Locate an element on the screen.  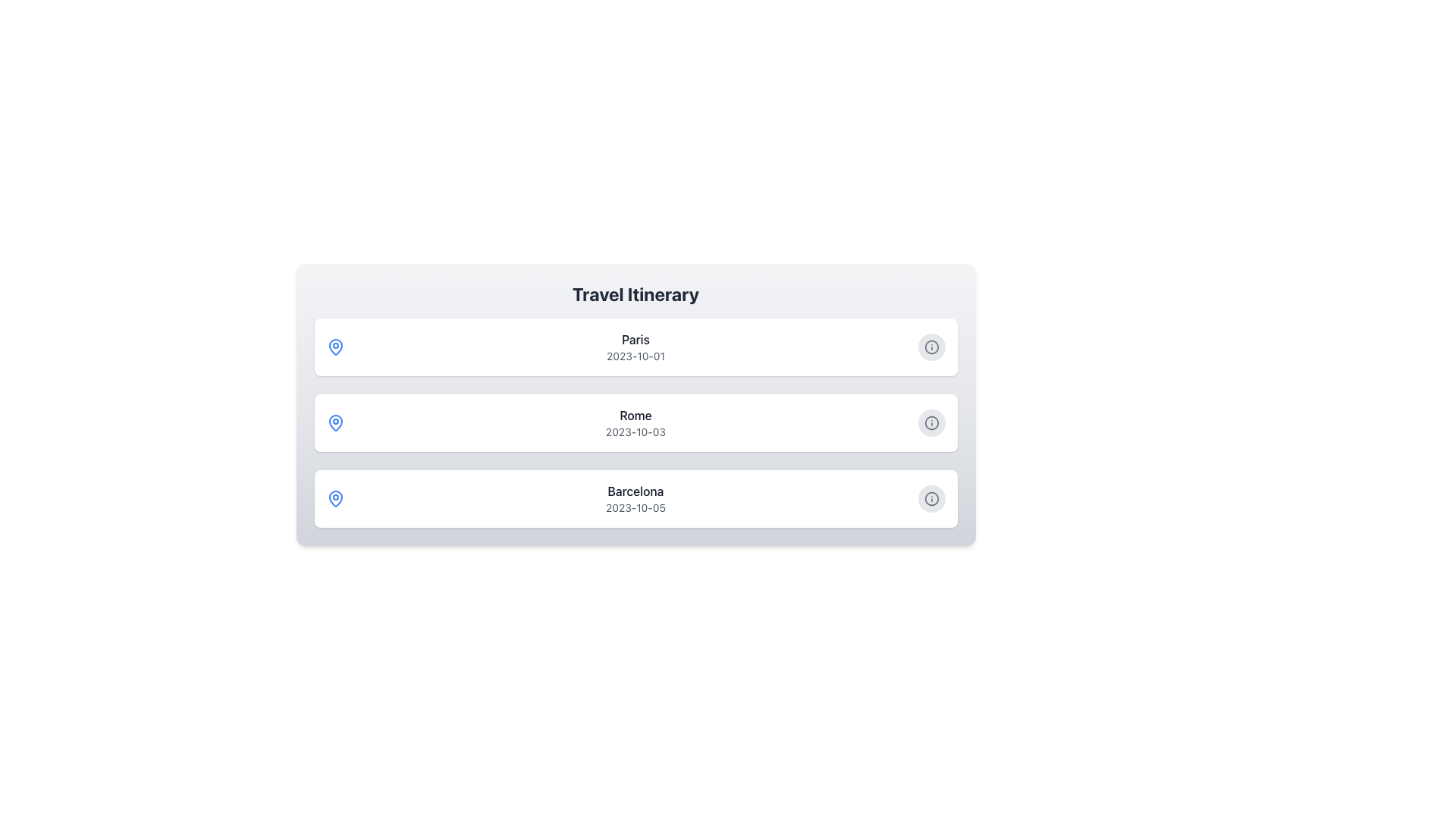
the 'Travel Itinerary' heading, which is prominently displayed in a large, bold font at the top of the content area, serving as a title for the itinerary items below is located at coordinates (635, 294).